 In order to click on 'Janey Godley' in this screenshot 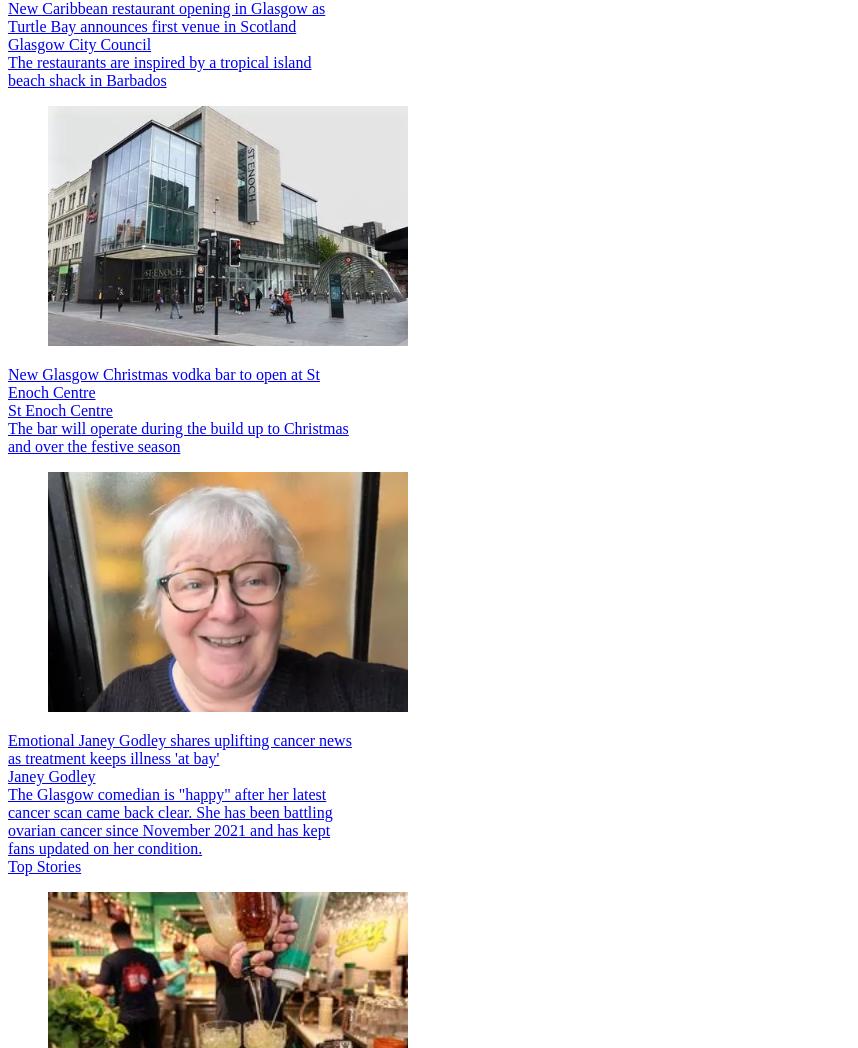, I will do `click(50, 775)`.